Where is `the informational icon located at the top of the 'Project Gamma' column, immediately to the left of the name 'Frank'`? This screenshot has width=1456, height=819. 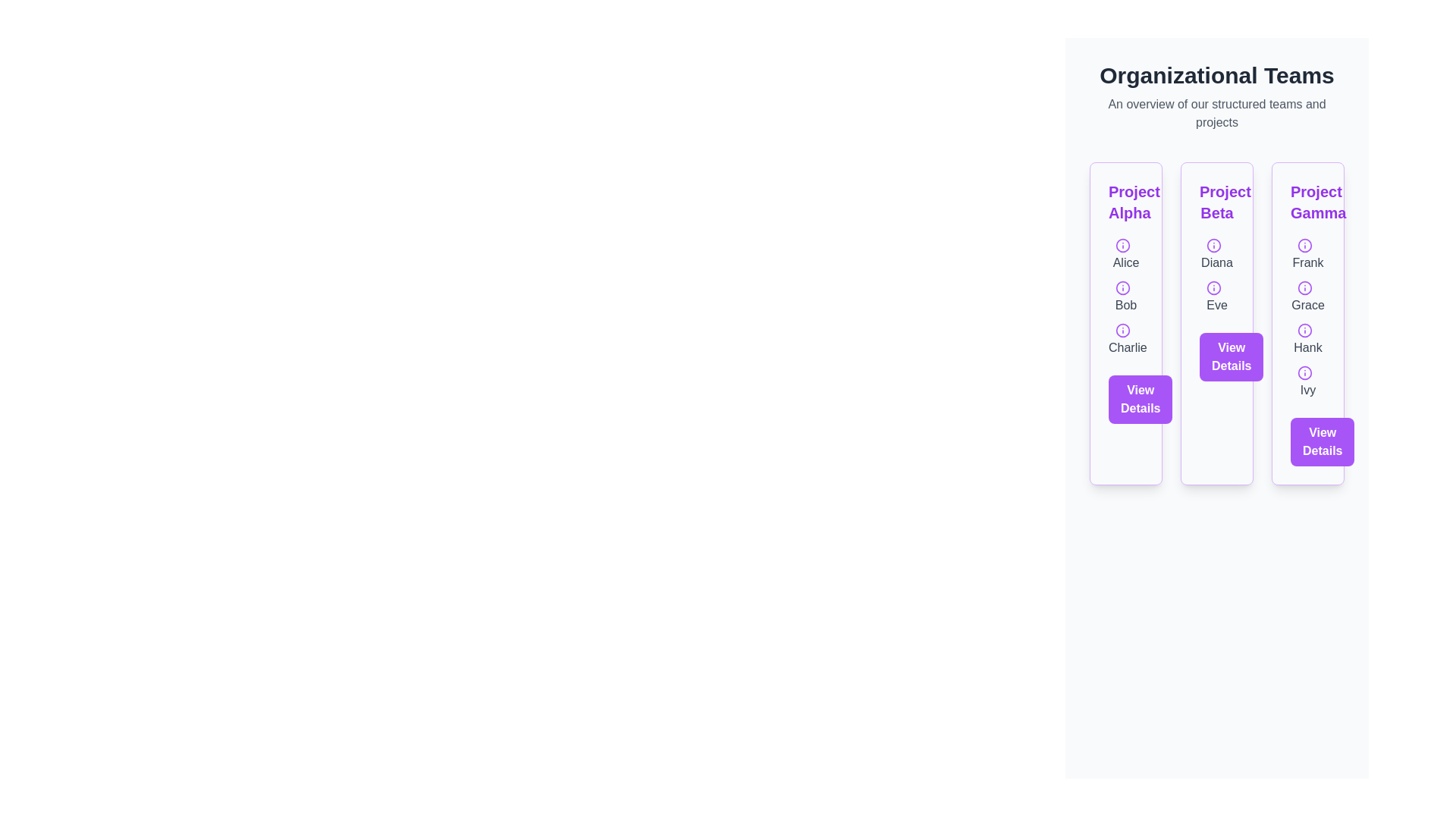
the informational icon located at the top of the 'Project Gamma' column, immediately to the left of the name 'Frank' is located at coordinates (1304, 244).